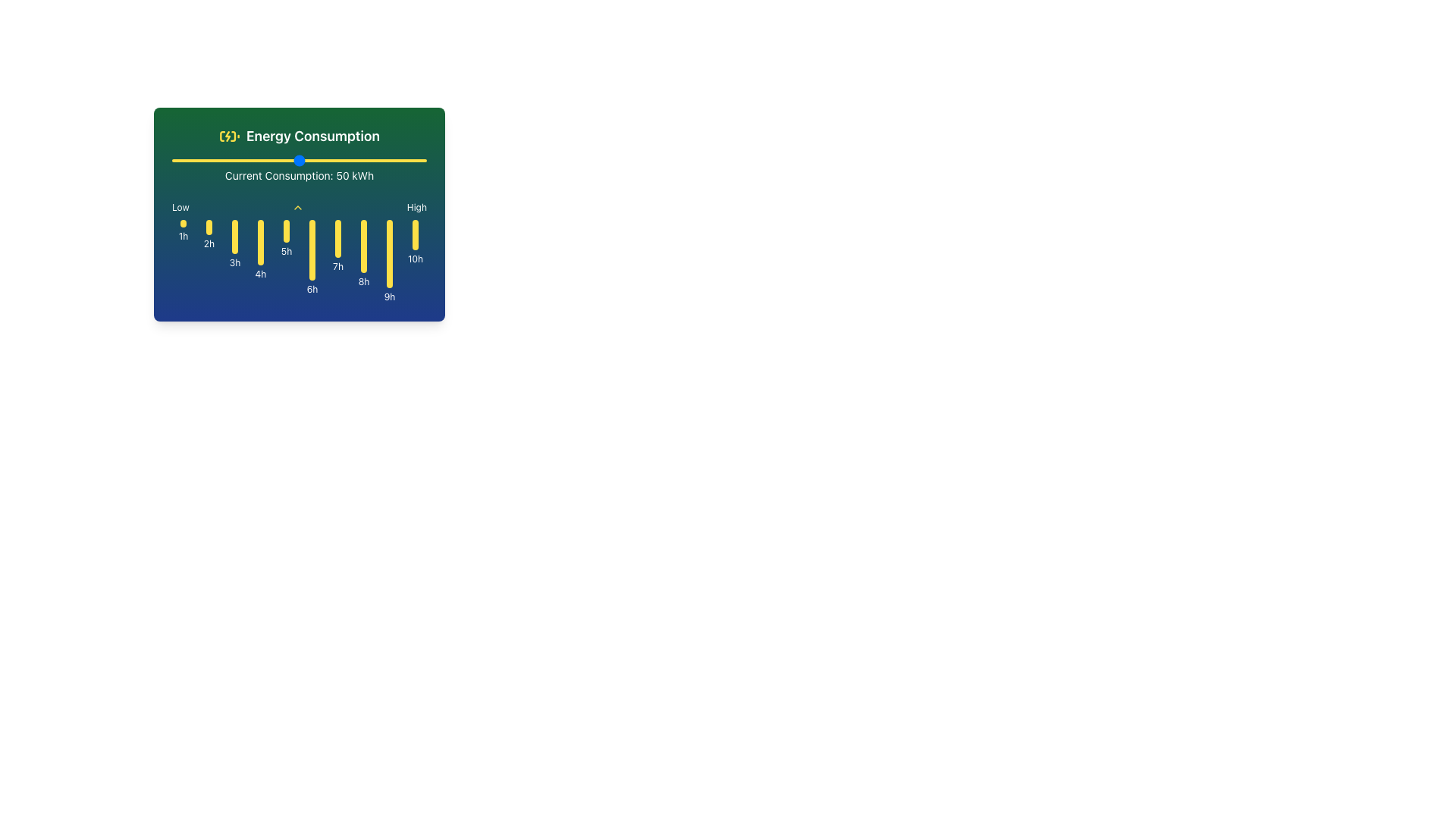 The image size is (1456, 819). What do you see at coordinates (364, 281) in the screenshot?
I see `the text label '8h' positioned below the eighth vertical yellow bar` at bounding box center [364, 281].